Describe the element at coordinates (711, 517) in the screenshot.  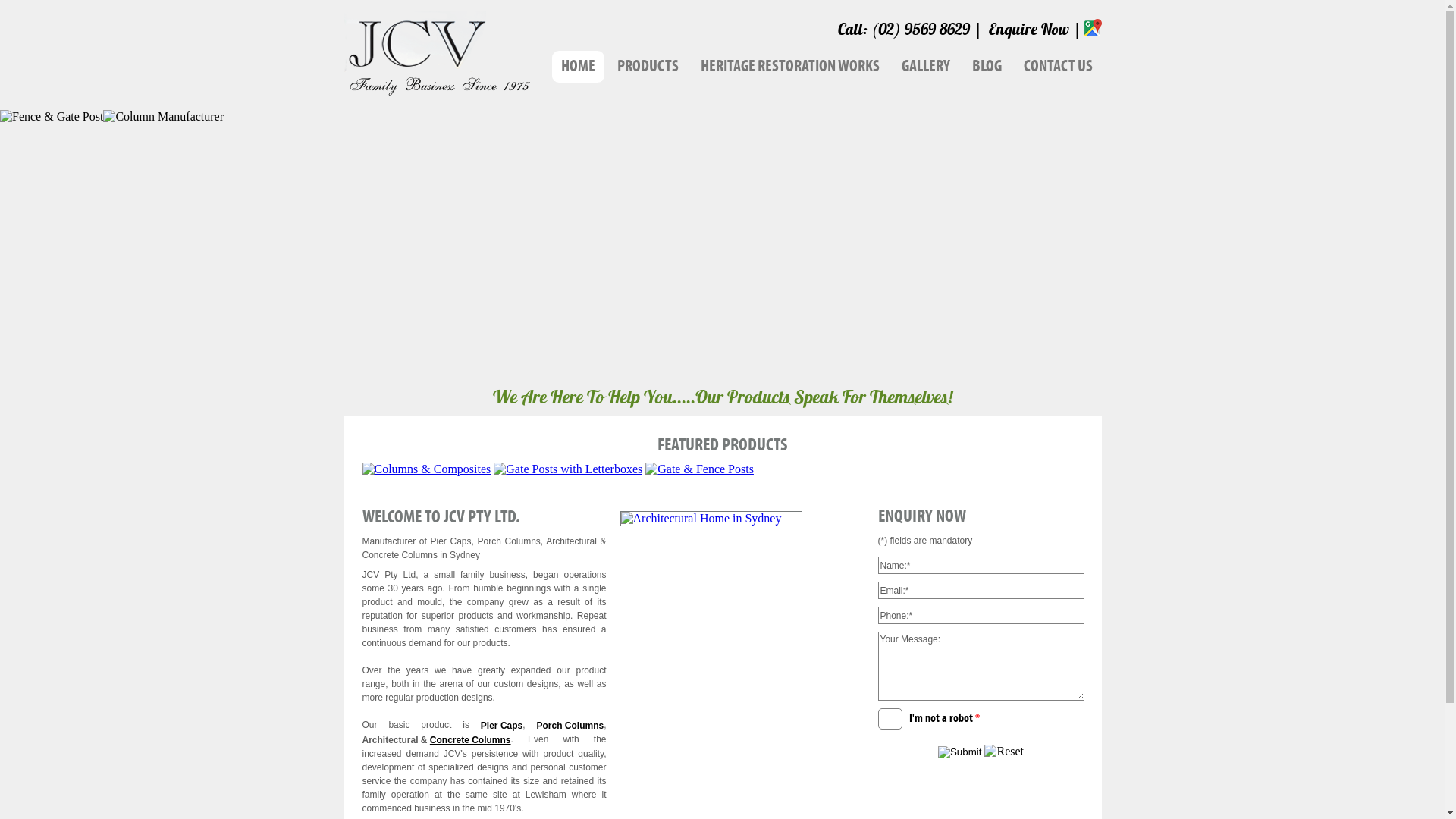
I see `'Architectural Home in Sydney'` at that location.